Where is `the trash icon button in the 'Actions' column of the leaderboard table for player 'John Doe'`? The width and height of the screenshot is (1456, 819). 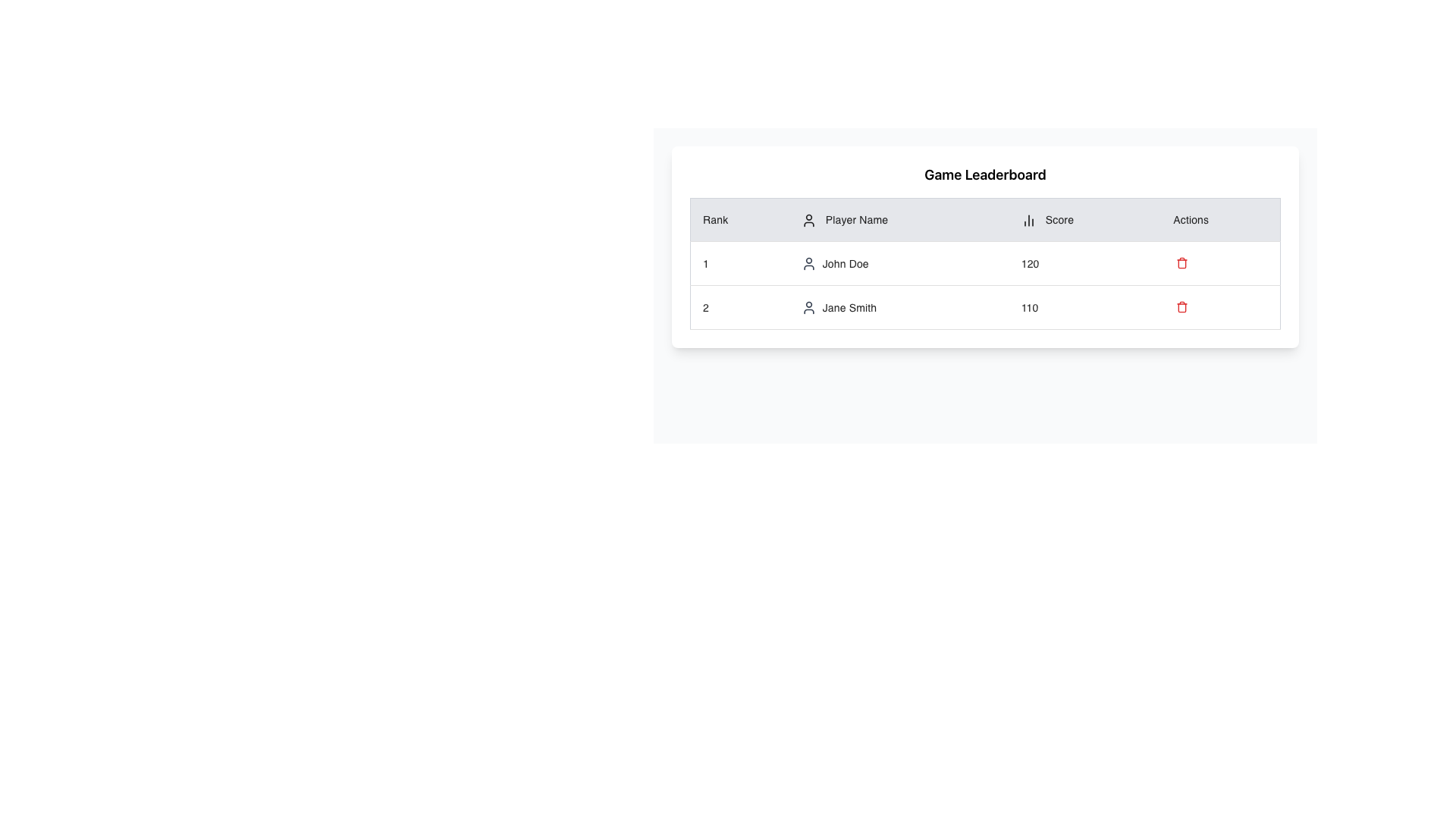
the trash icon button in the 'Actions' column of the leaderboard table for player 'John Doe' is located at coordinates (1181, 262).